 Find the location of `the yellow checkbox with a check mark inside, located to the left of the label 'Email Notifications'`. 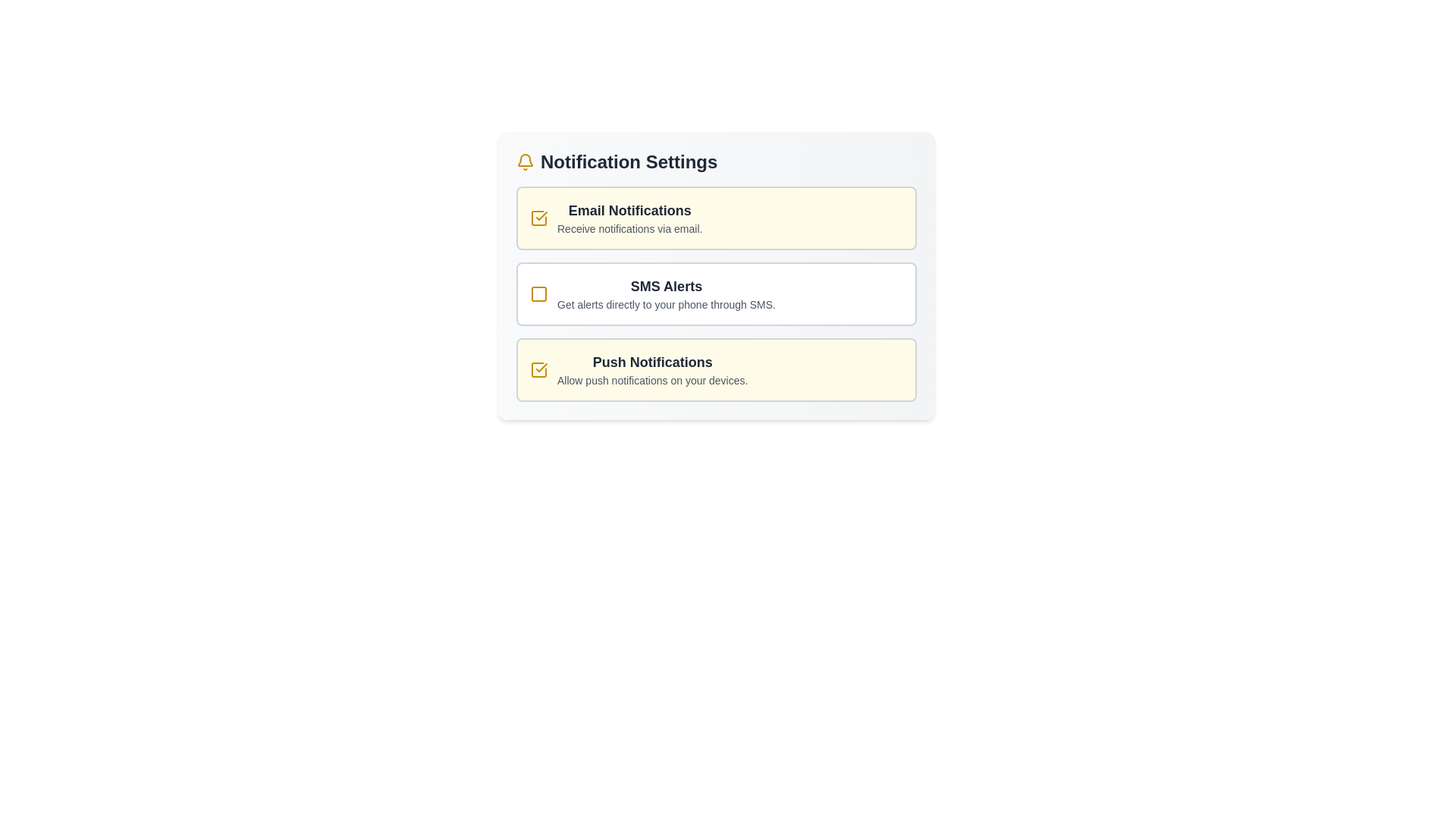

the yellow checkbox with a check mark inside, located to the left of the label 'Email Notifications' is located at coordinates (538, 218).